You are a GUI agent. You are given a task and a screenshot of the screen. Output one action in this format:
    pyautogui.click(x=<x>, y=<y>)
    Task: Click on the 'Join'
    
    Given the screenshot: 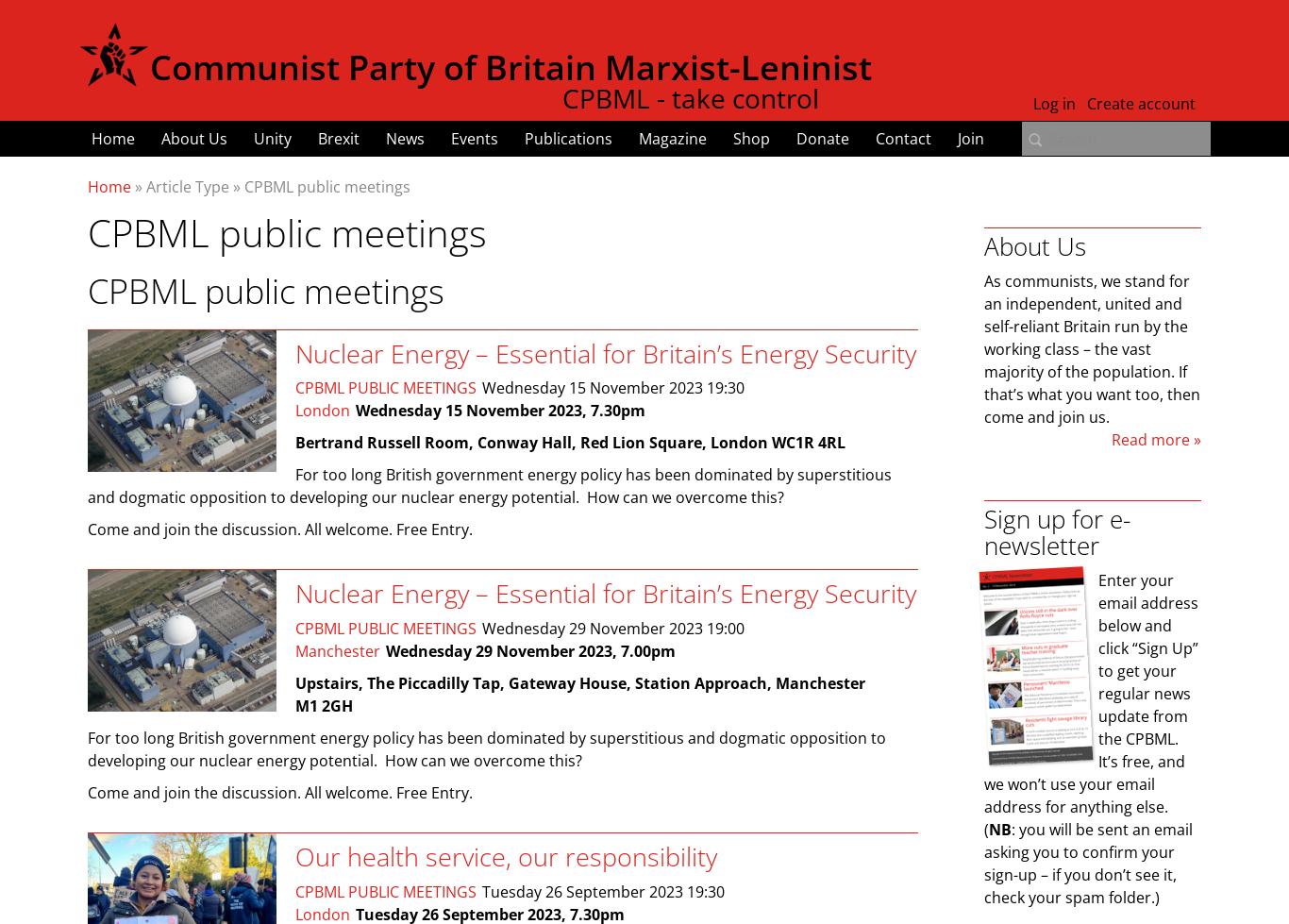 What is the action you would take?
    pyautogui.click(x=957, y=139)
    